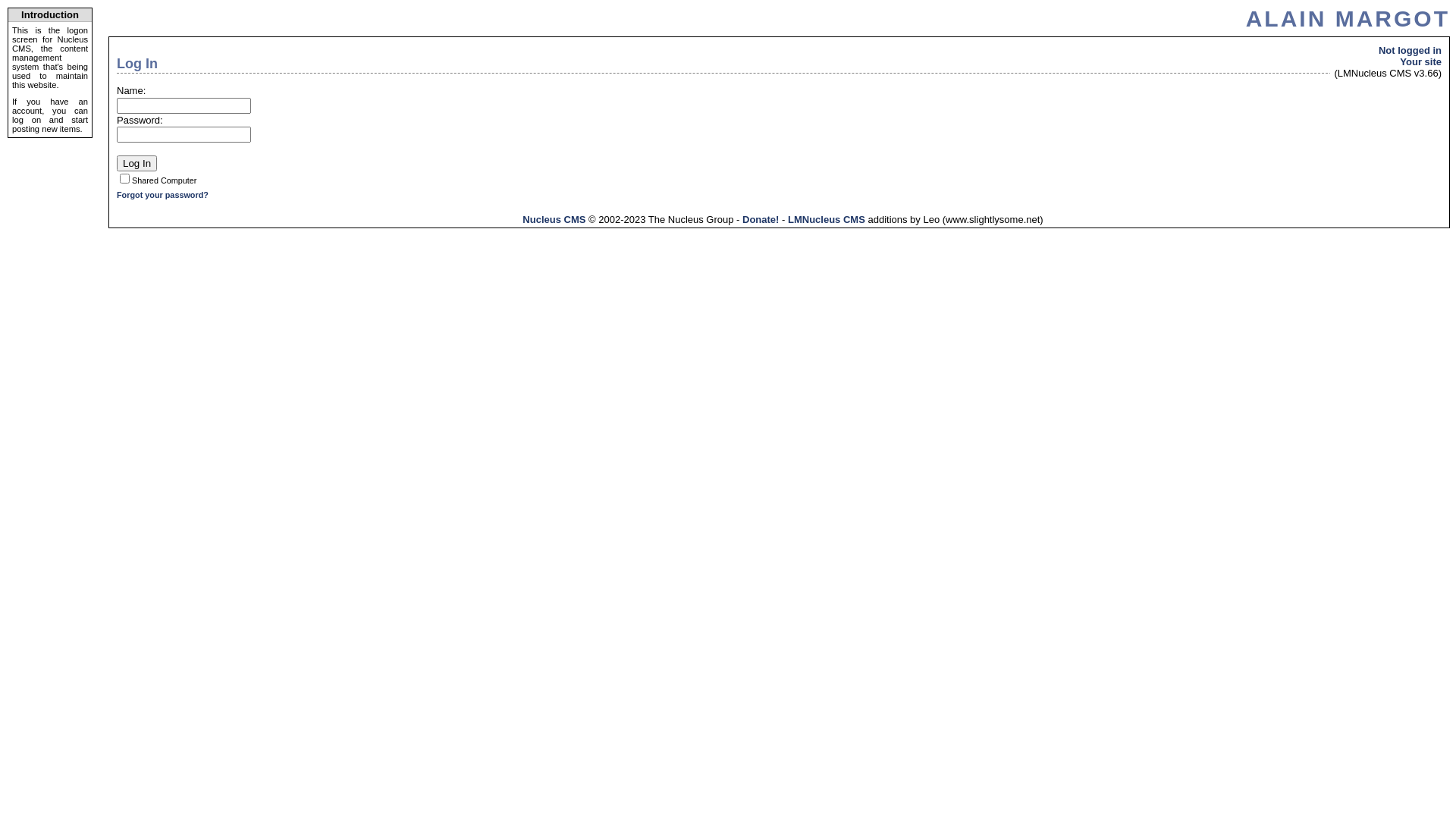 This screenshot has height=819, width=1456. What do you see at coordinates (761, 219) in the screenshot?
I see `'Donate!'` at bounding box center [761, 219].